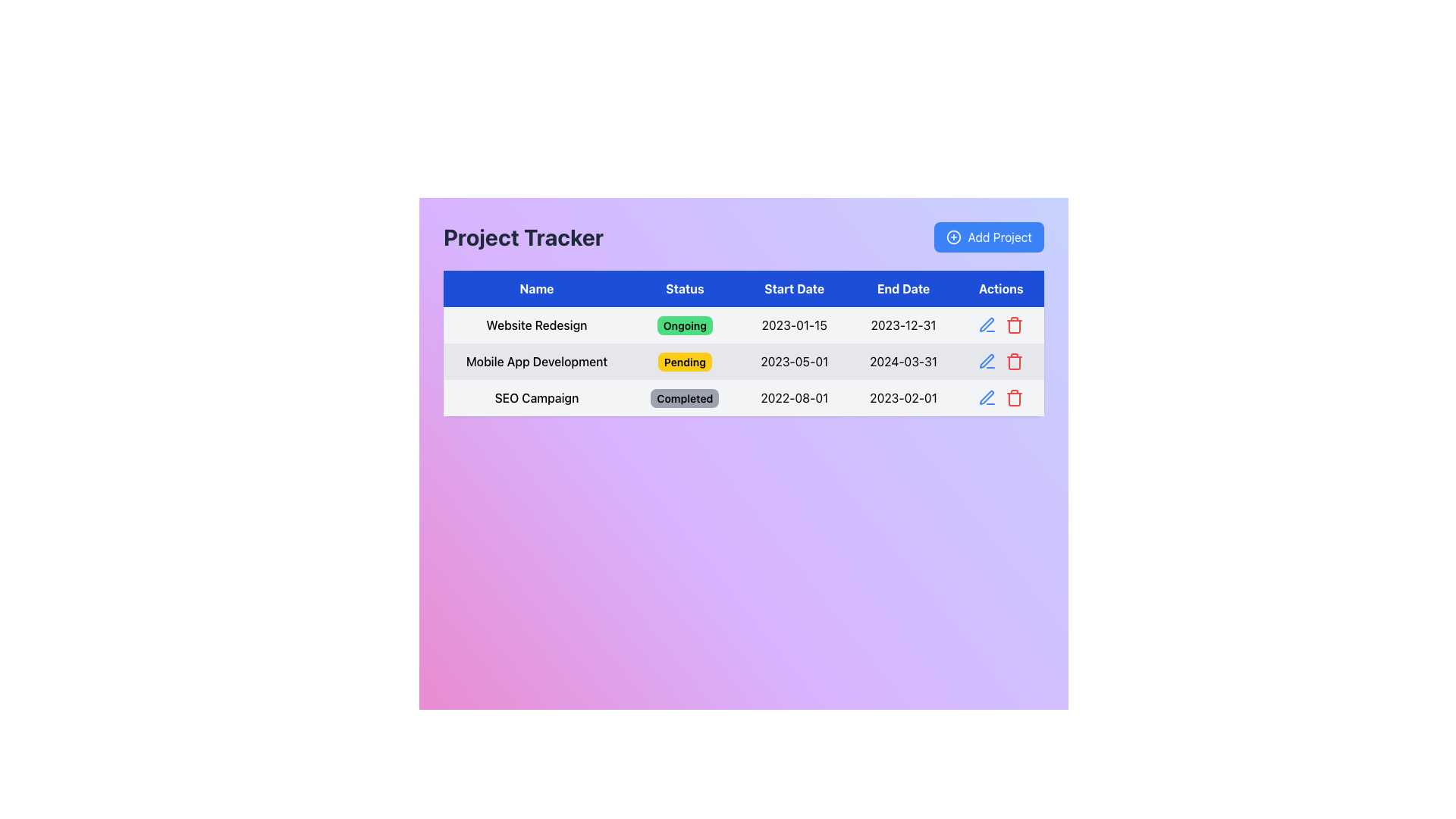 This screenshot has height=819, width=1456. I want to click on text displayed in the static Text Display element located in the fifth column of the first row of the 'Project Tracker' interface, which shows the end date of the project 'Website Redesign', so click(903, 324).